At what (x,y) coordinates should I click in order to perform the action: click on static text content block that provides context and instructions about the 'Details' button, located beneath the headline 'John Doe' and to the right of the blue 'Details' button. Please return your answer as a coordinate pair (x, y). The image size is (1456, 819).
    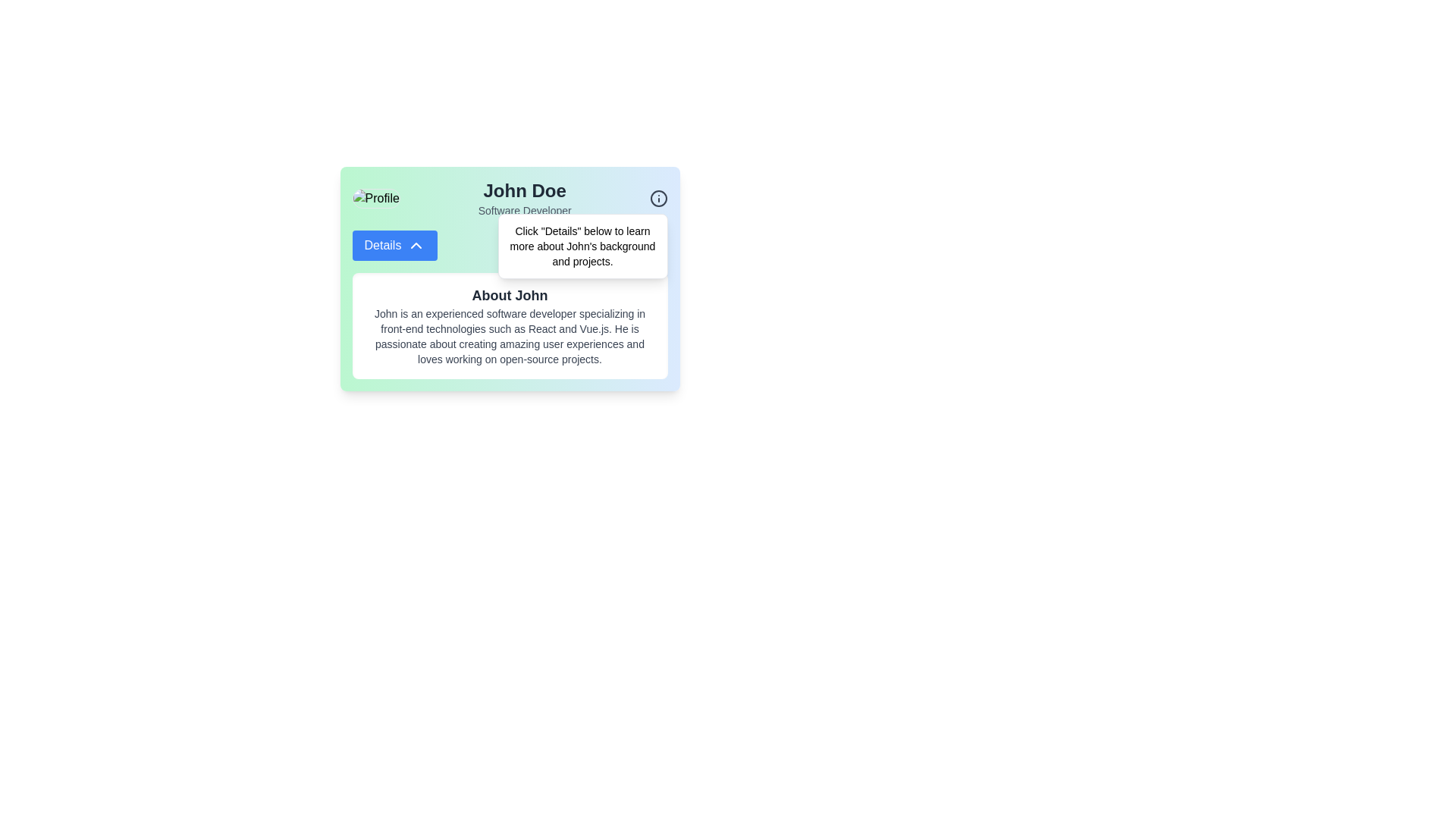
    Looking at the image, I should click on (582, 245).